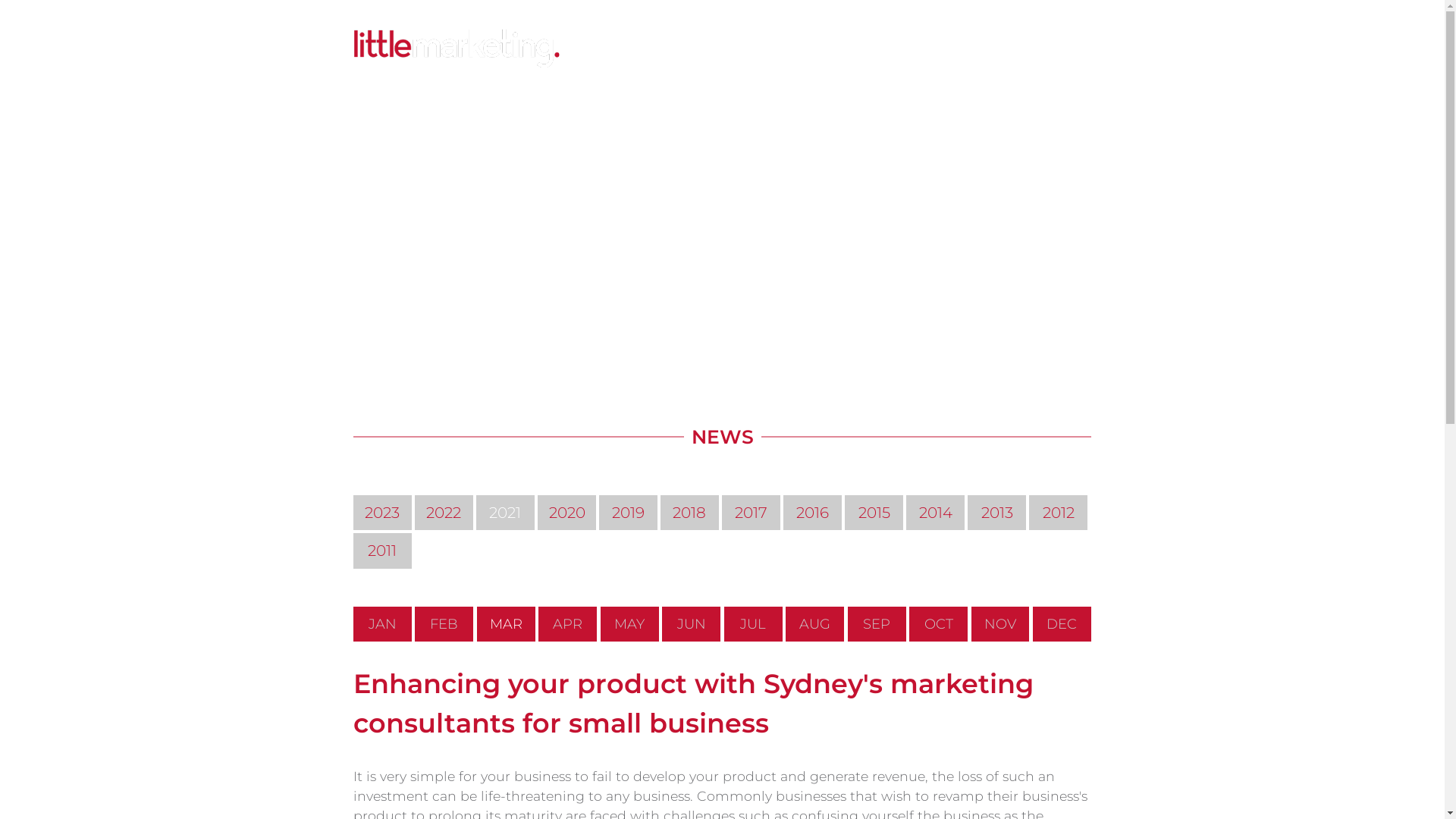 This screenshot has height=819, width=1456. What do you see at coordinates (789, 49) in the screenshot?
I see `'OUR BOOK'` at bounding box center [789, 49].